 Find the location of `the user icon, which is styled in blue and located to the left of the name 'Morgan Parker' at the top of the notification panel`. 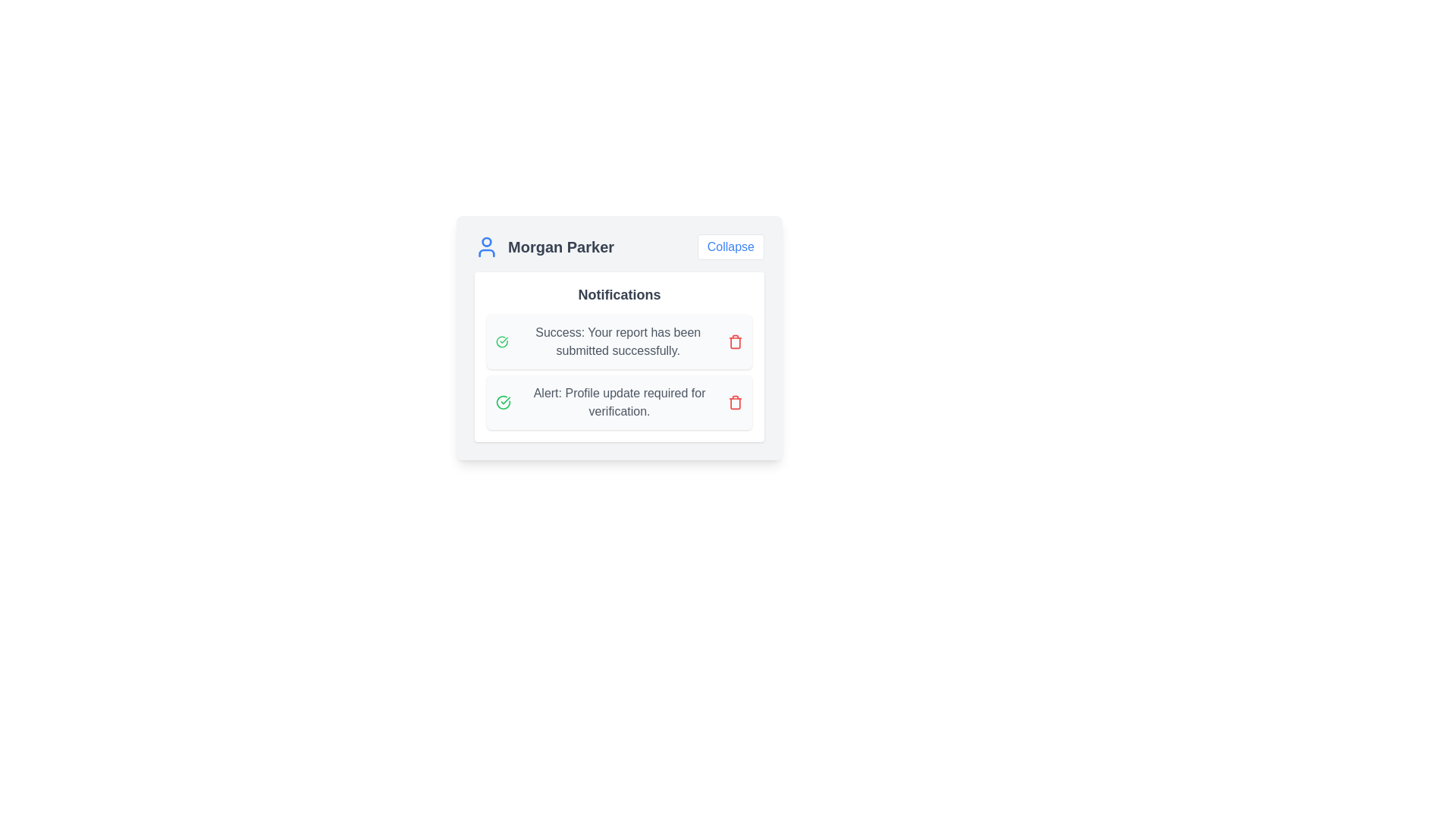

the user icon, which is styled in blue and located to the left of the name 'Morgan Parker' at the top of the notification panel is located at coordinates (487, 246).